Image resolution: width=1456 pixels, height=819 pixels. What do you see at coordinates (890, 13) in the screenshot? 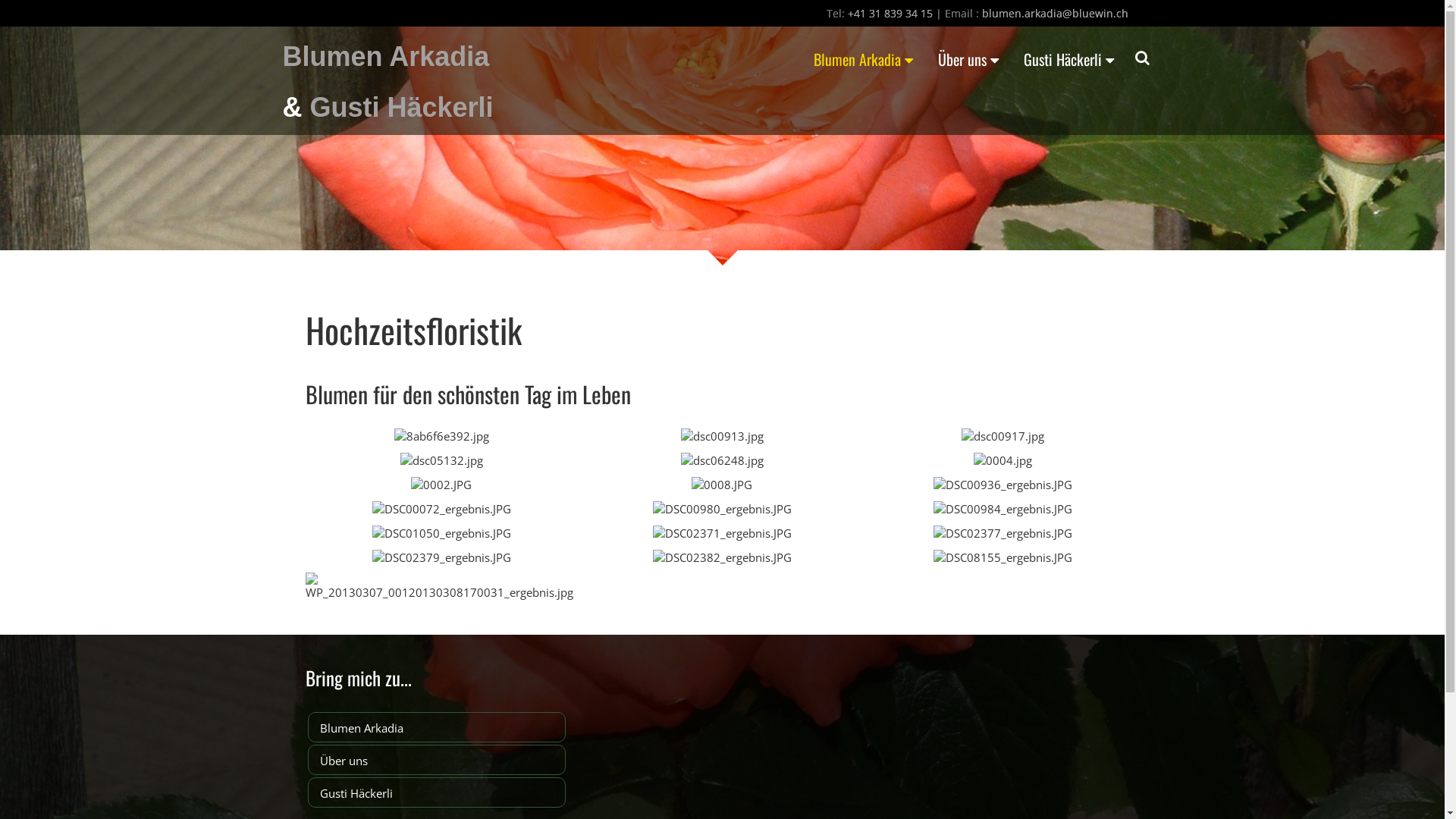
I see `'+41 31 839 34 15'` at bounding box center [890, 13].